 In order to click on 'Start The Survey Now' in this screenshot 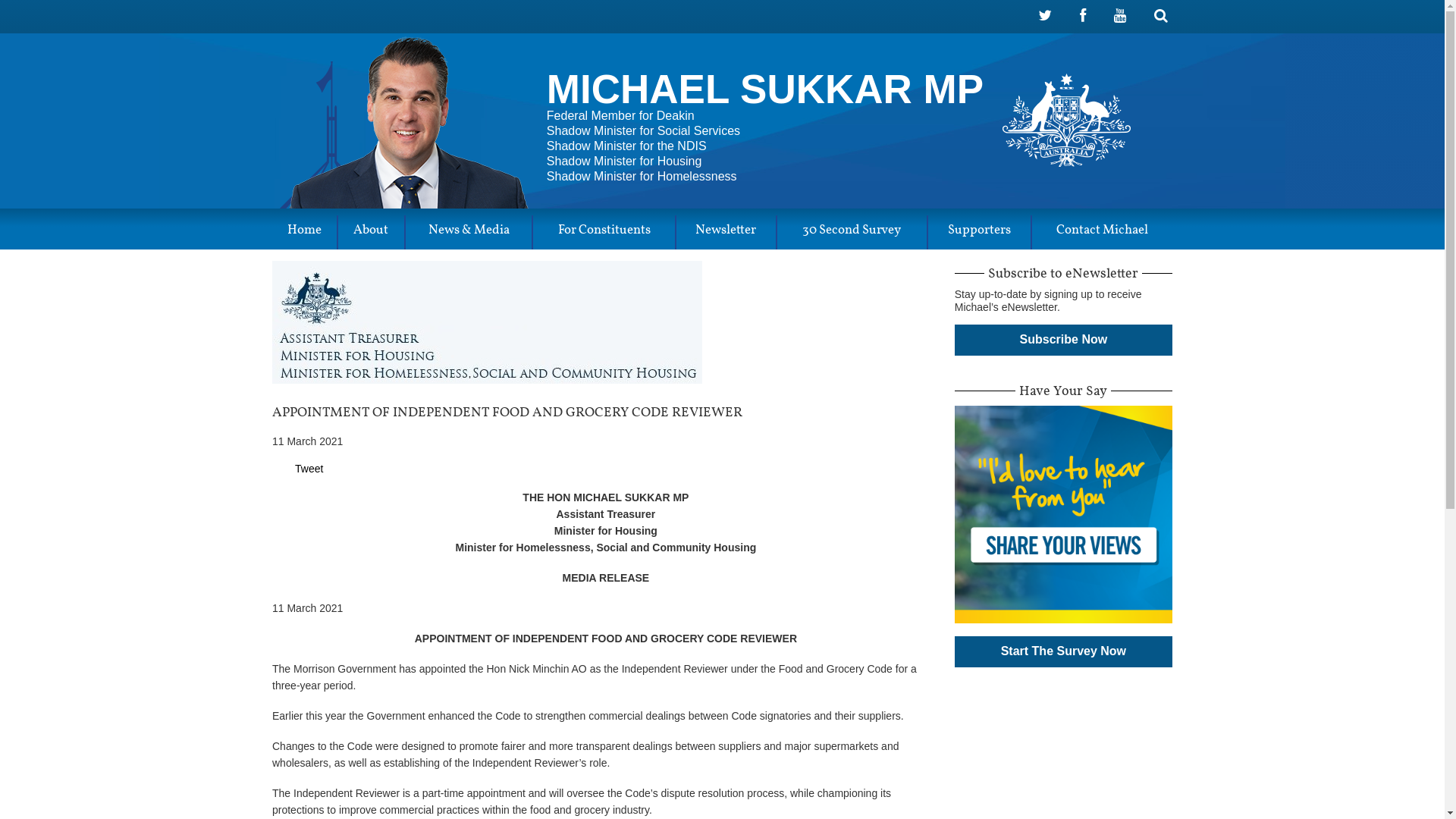, I will do `click(1062, 651)`.